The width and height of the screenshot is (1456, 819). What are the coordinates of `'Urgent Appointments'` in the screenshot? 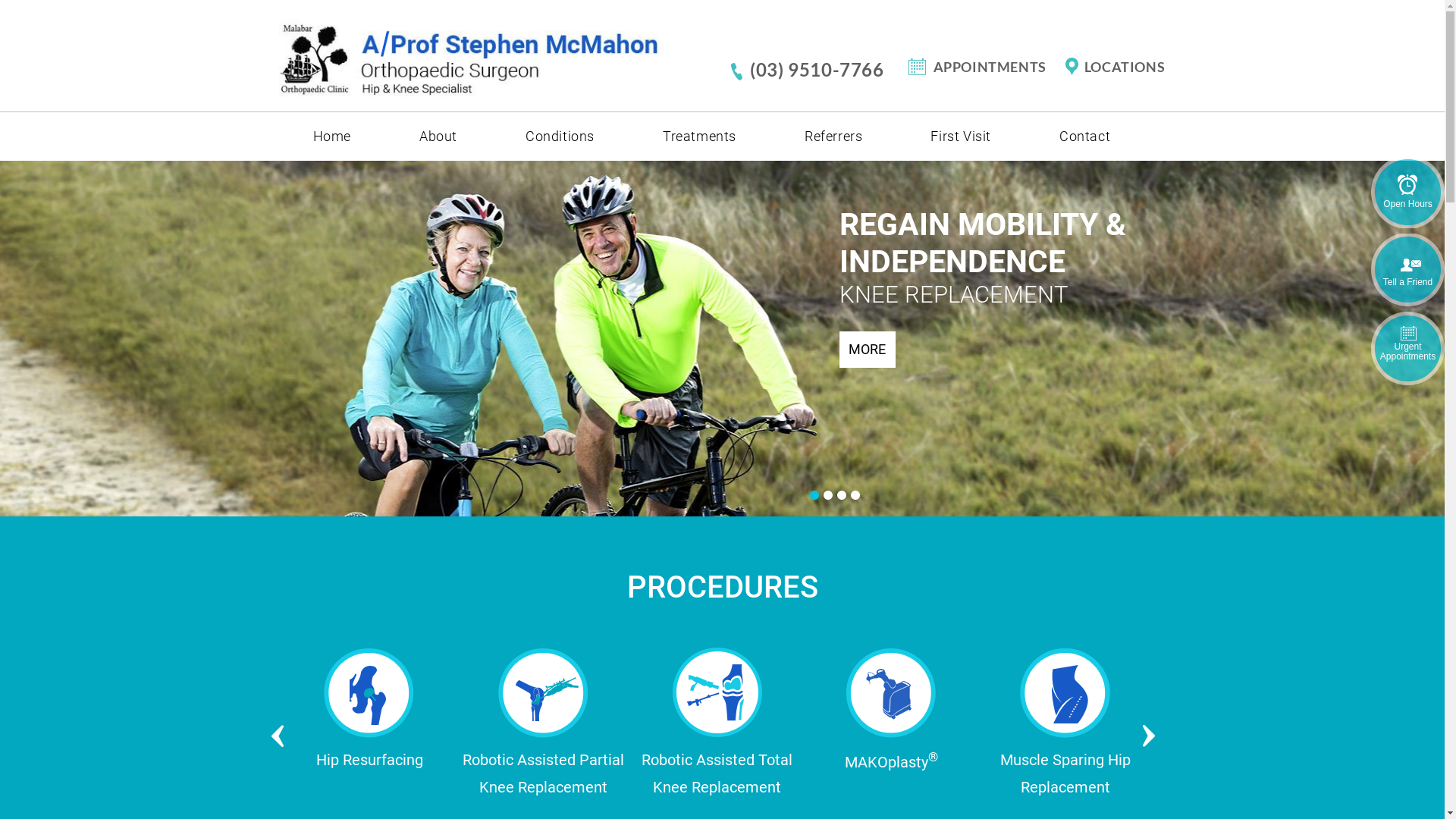 It's located at (1407, 348).